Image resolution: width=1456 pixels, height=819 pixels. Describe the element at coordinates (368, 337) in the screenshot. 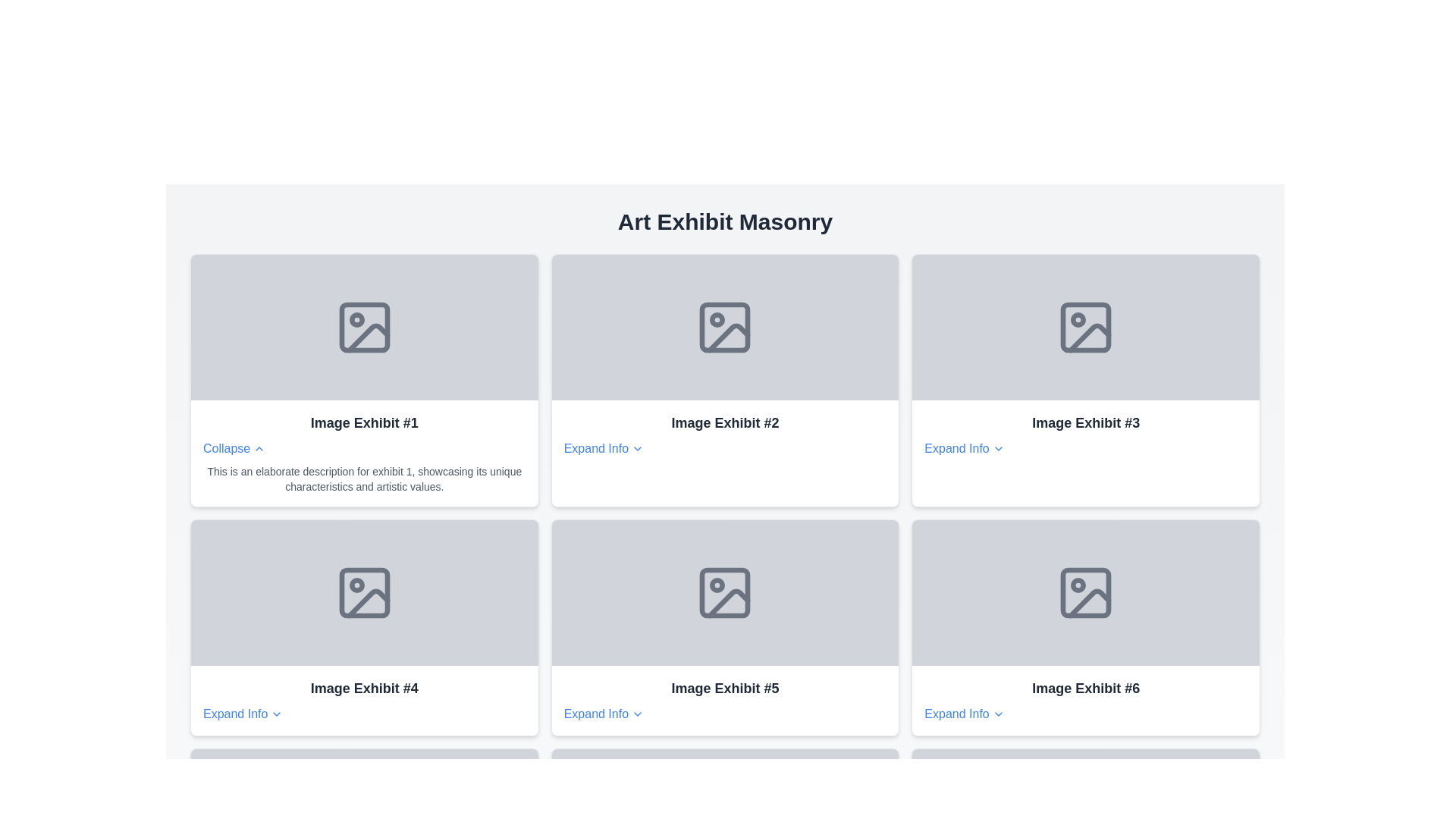

I see `the landscape icon located in the top row, first column of the 'Image Exhibit #1' grid, identified by the diagonal line in the bottom right quadrant of the square frame` at that location.